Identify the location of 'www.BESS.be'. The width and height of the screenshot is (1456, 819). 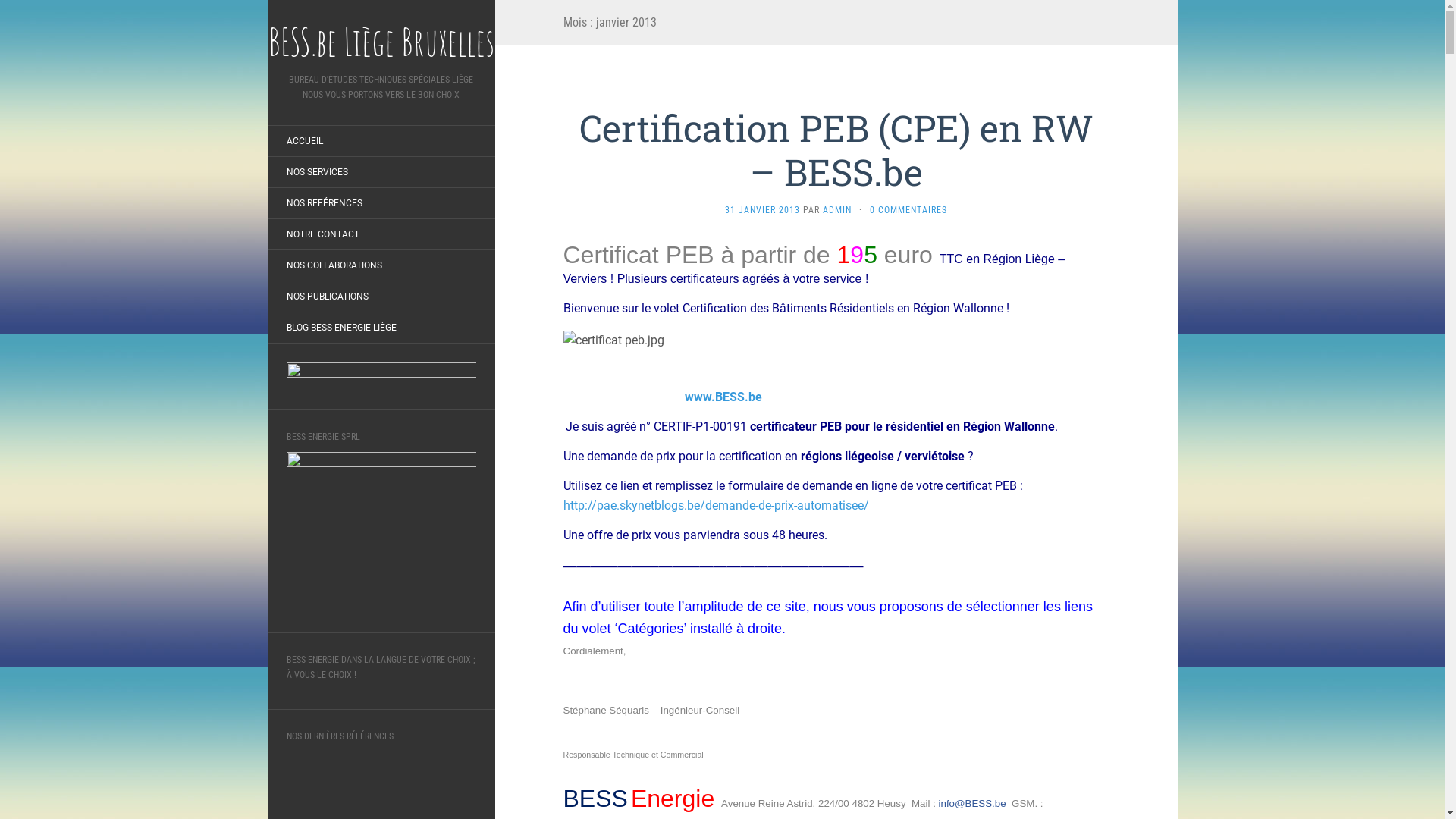
(723, 396).